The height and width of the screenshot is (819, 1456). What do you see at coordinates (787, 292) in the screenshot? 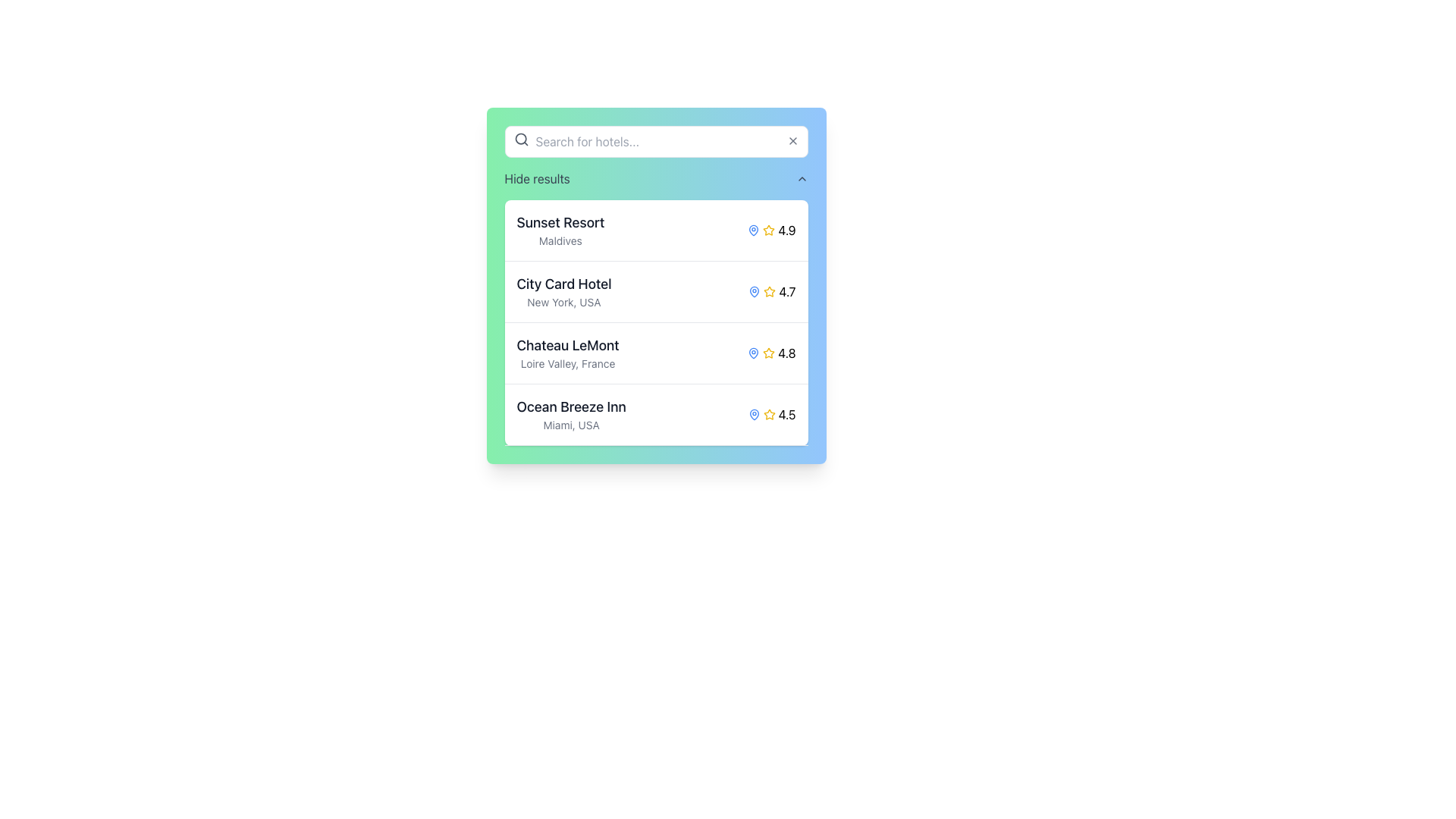
I see `numeric label displaying the text '4.7' which is styled in a bold, black sans-serif typeface, located in the second row of the hotel listing next to the yellow star icon` at bounding box center [787, 292].